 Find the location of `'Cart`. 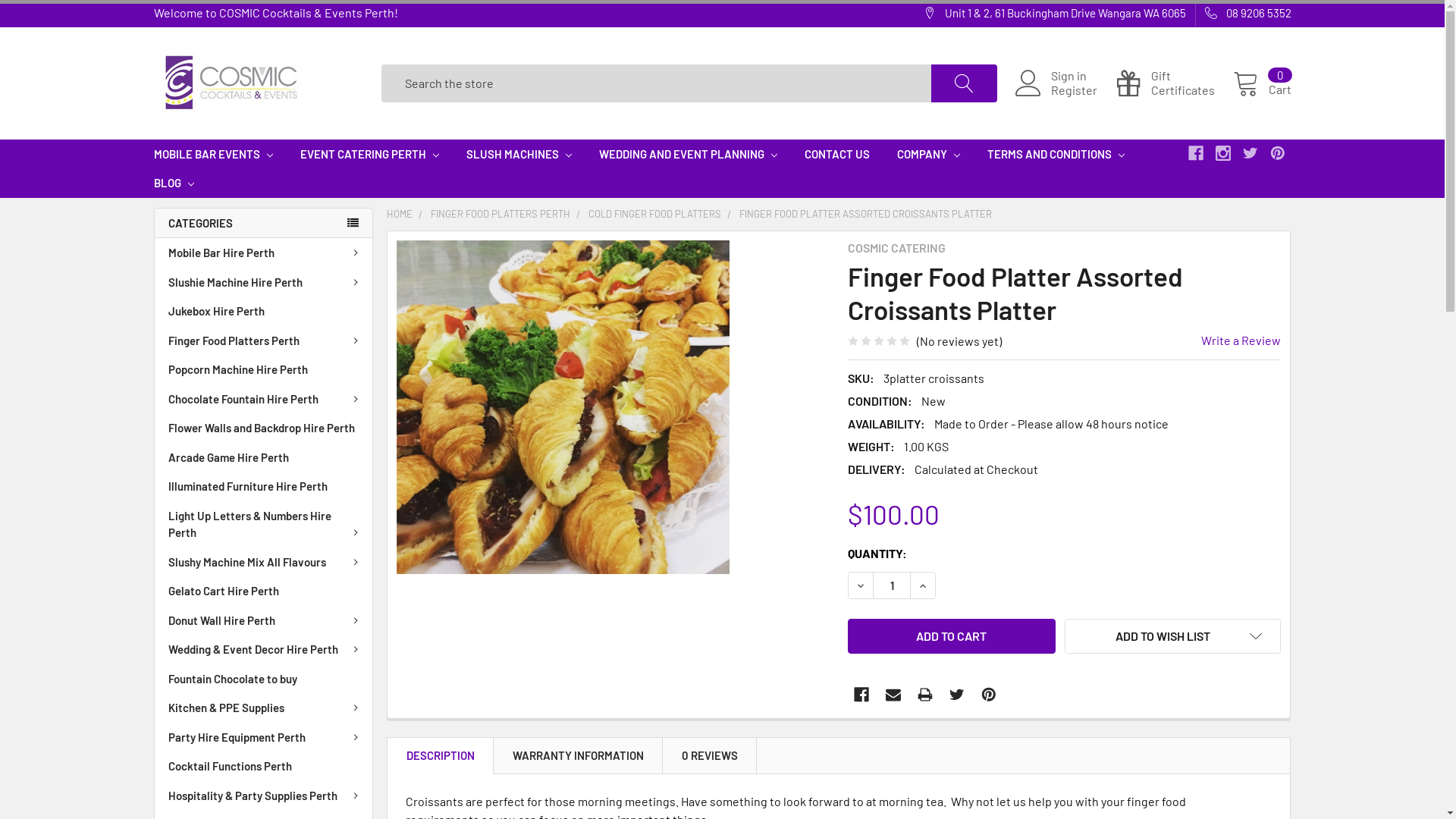

'Cart is located at coordinates (1262, 82).